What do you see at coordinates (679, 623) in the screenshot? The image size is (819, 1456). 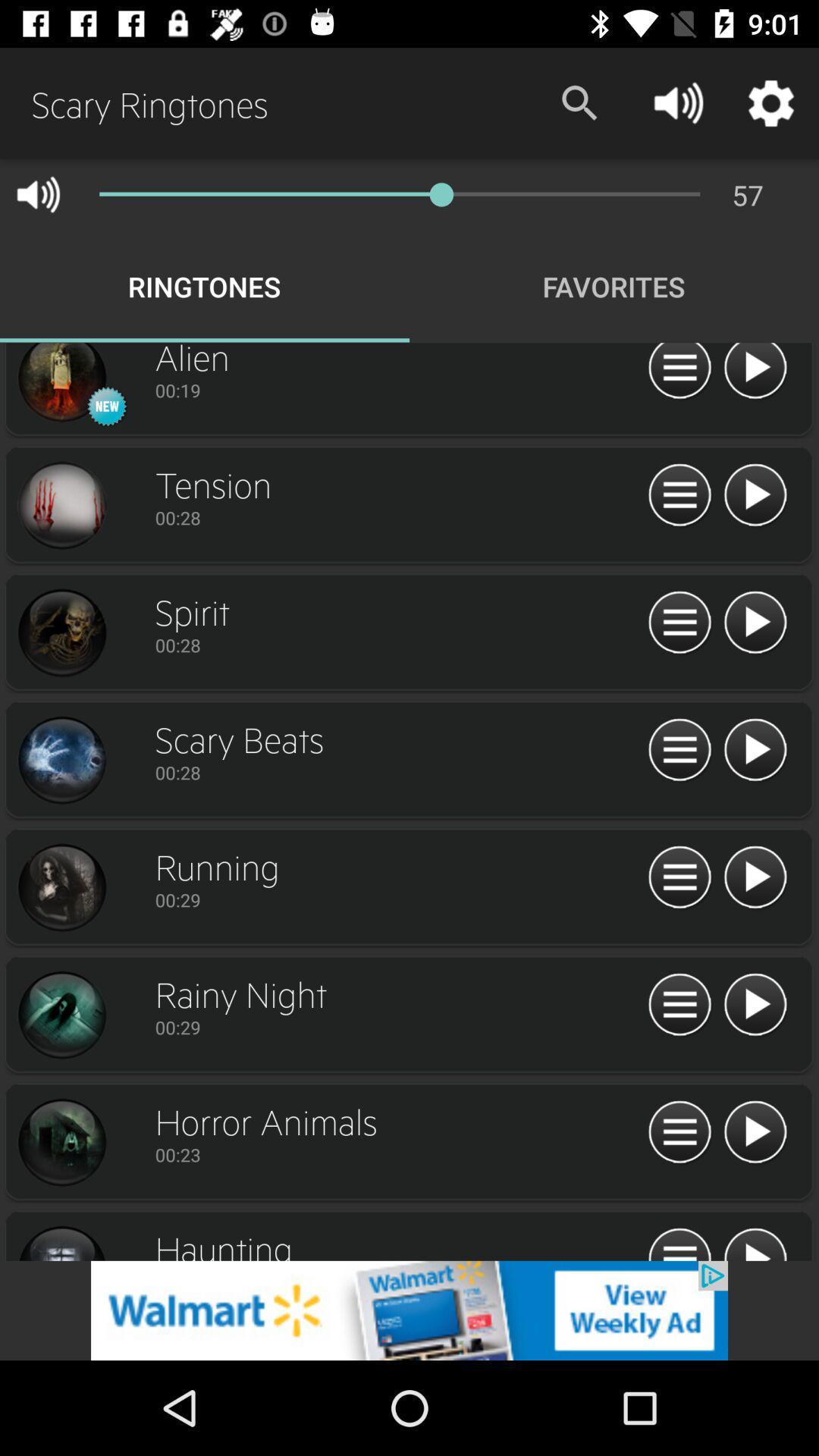 I see `show menu` at bounding box center [679, 623].